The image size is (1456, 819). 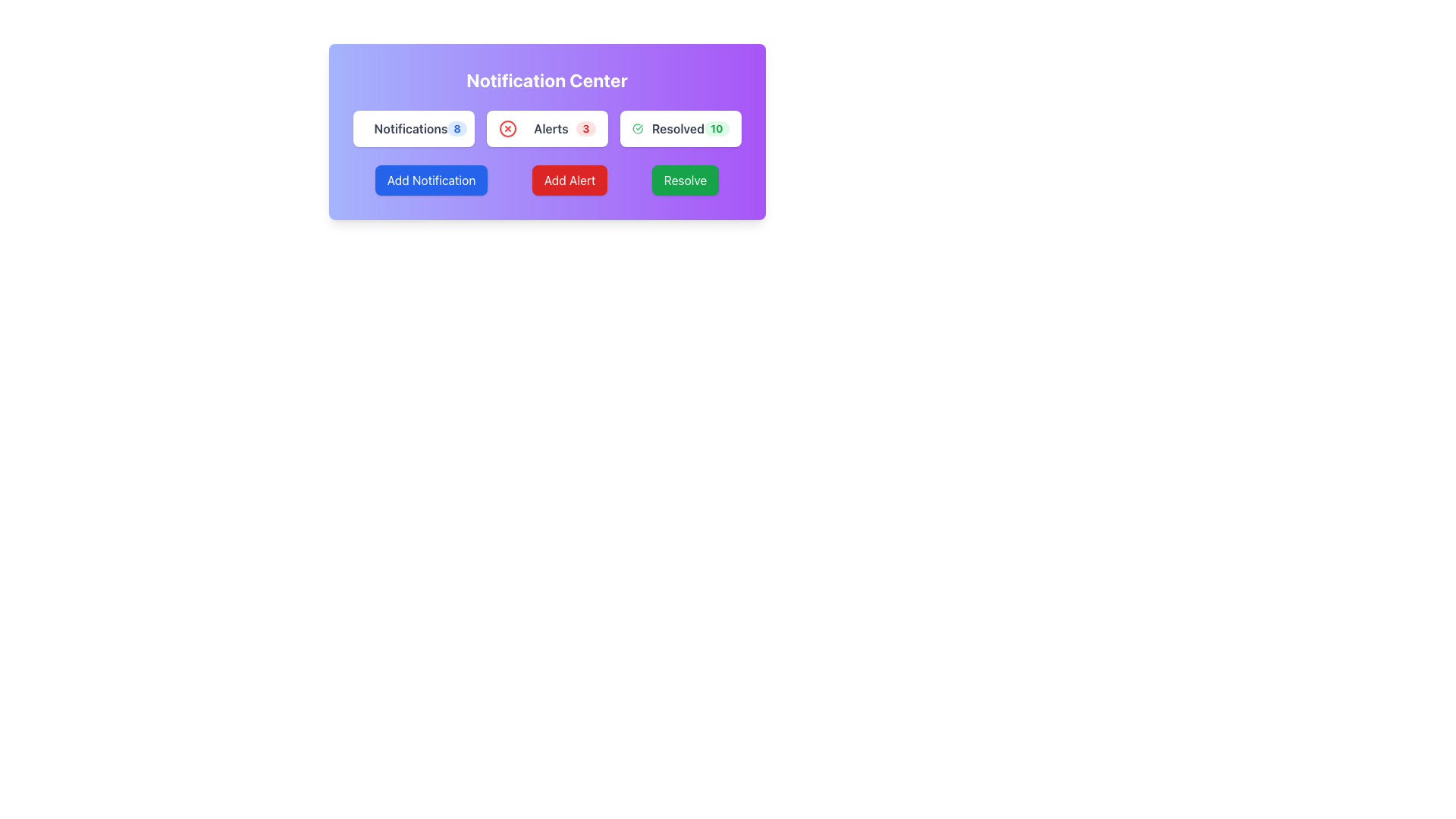 What do you see at coordinates (684, 180) in the screenshot?
I see `the third button in the 'Notification Center'` at bounding box center [684, 180].